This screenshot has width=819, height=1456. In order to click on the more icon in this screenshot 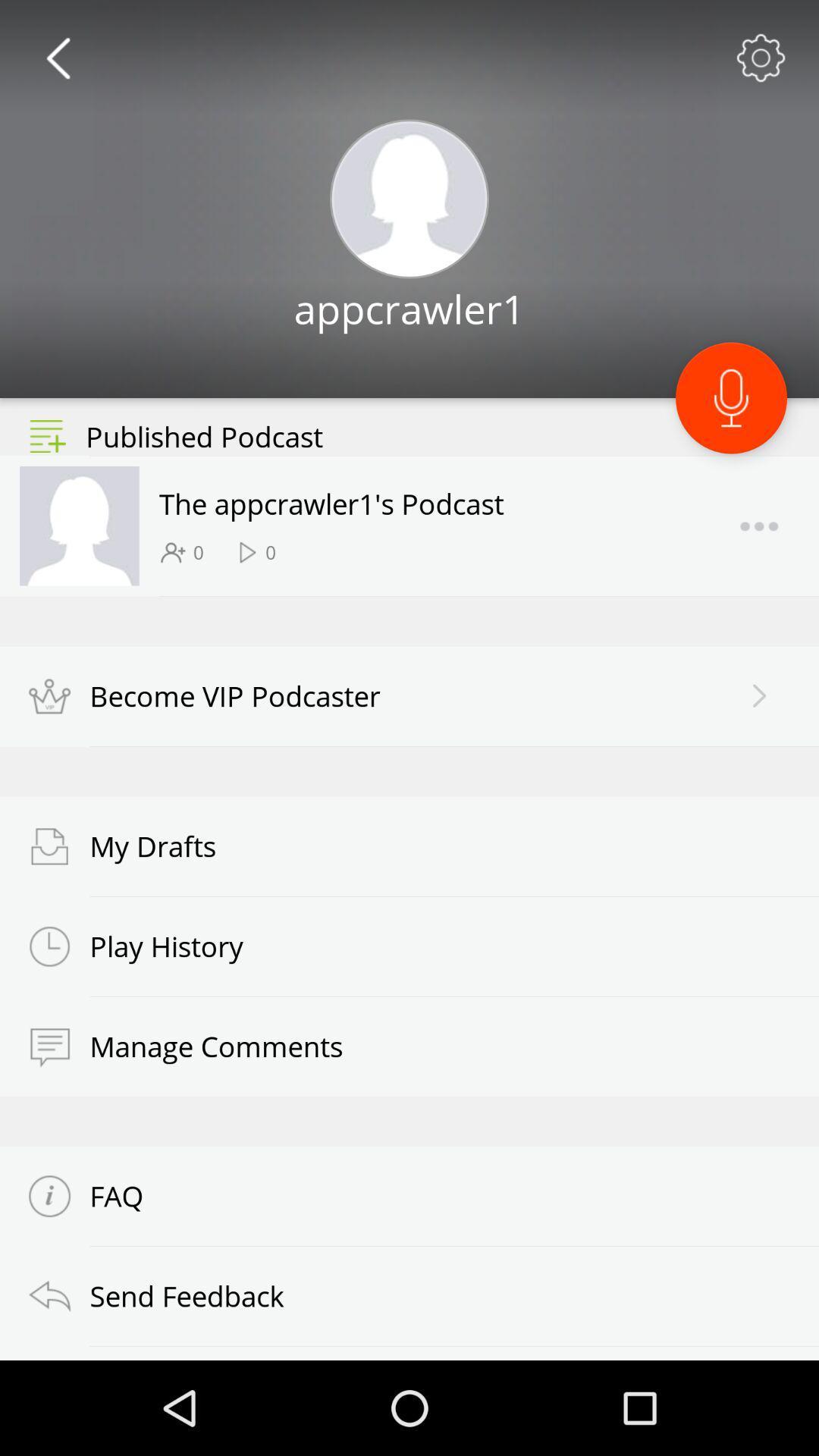, I will do `click(759, 562)`.